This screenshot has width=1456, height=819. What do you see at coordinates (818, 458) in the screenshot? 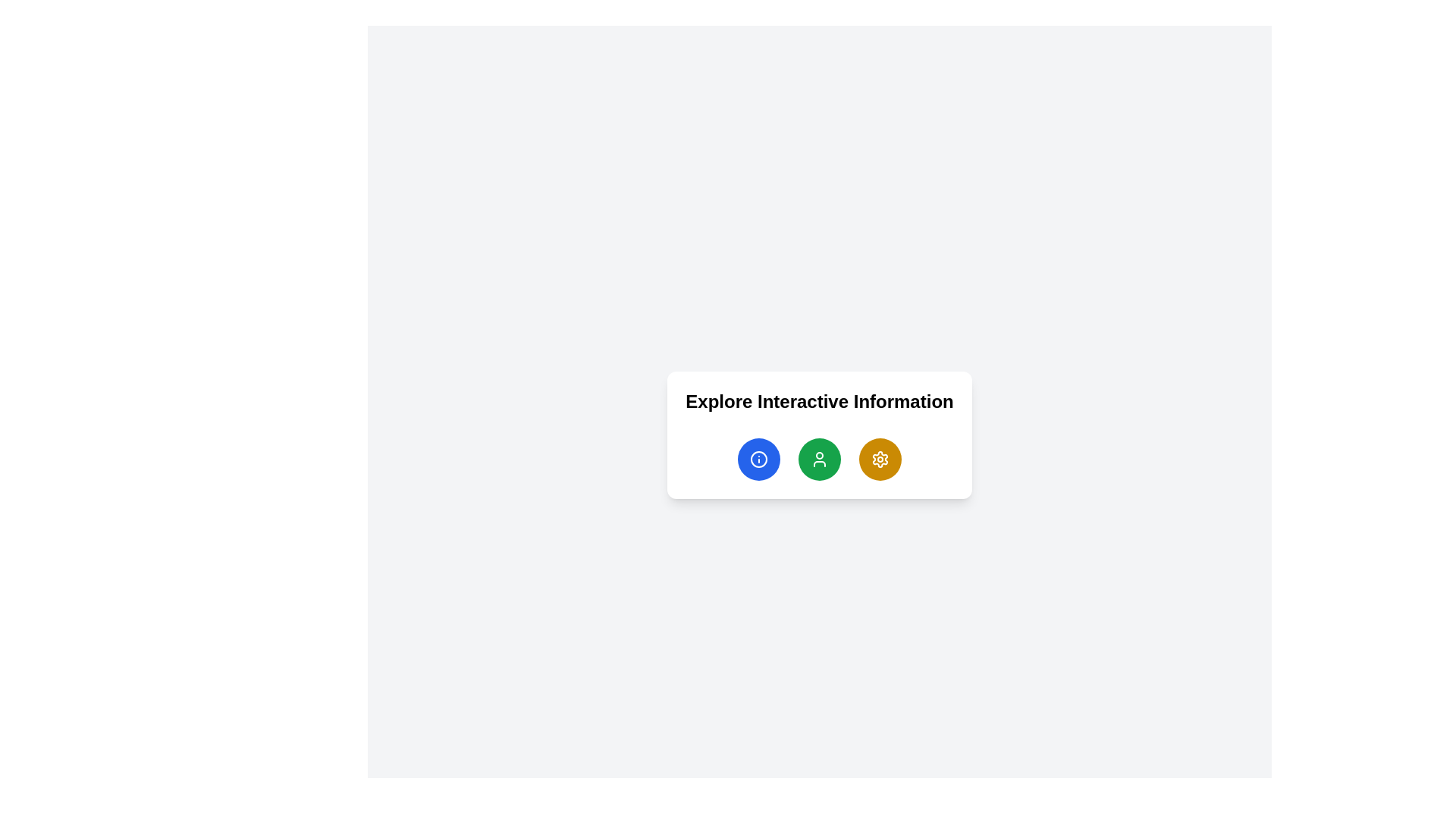
I see `the second circular icon button located below the text 'Explore Interactive Information'` at bounding box center [818, 458].